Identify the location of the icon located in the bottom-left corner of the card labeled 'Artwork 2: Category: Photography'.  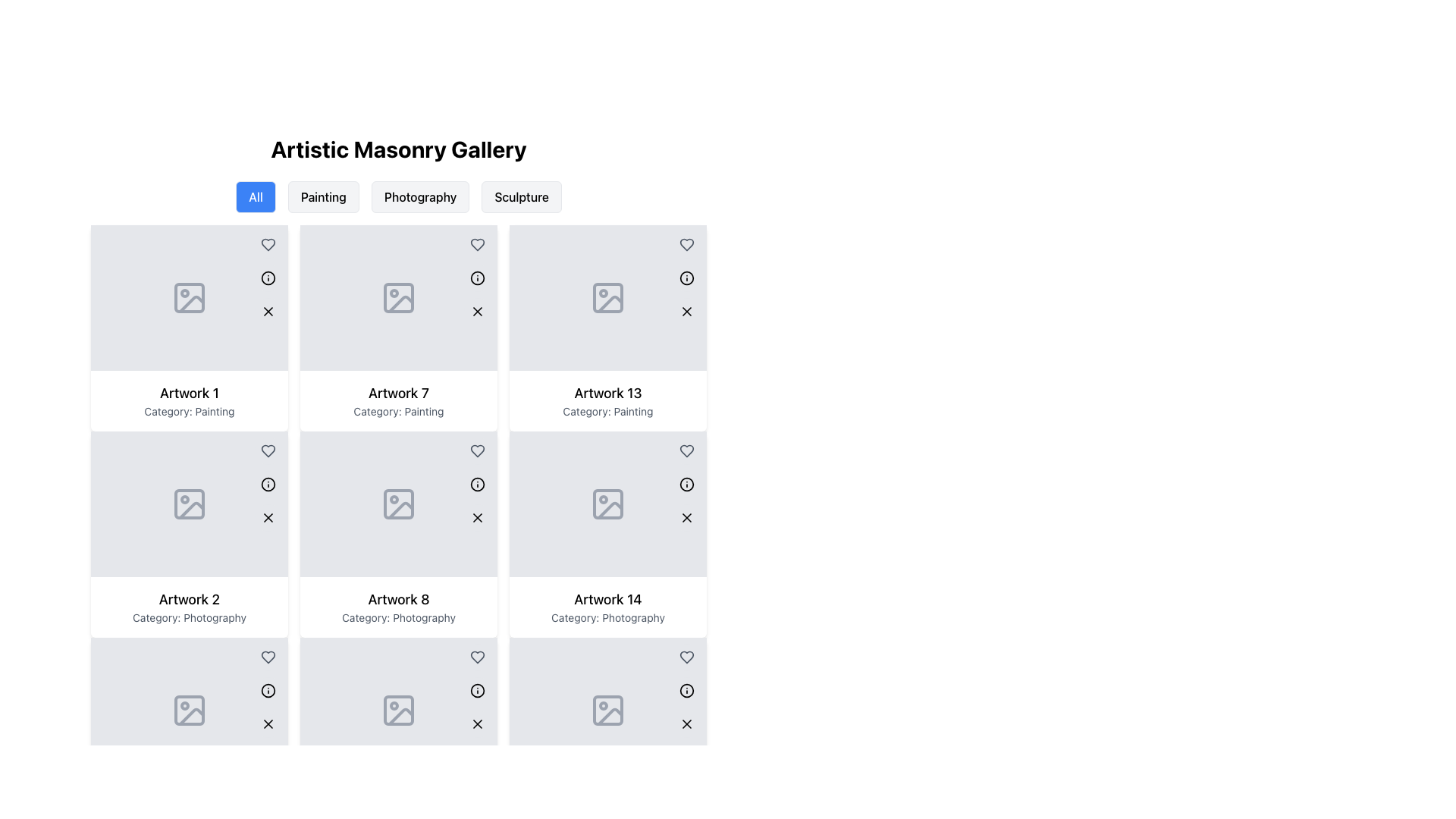
(268, 690).